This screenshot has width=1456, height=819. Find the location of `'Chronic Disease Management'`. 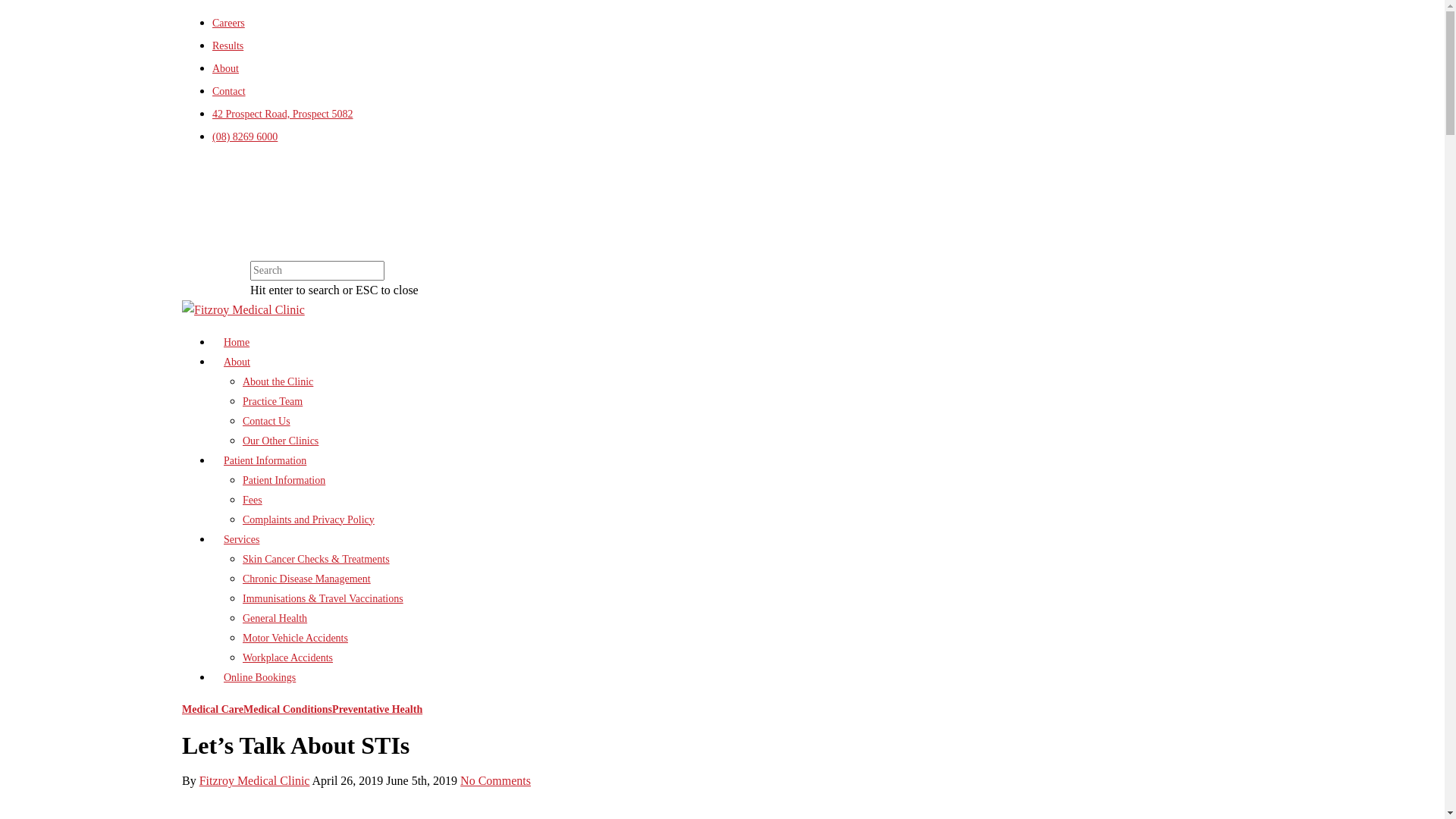

'Chronic Disease Management' is located at coordinates (306, 579).